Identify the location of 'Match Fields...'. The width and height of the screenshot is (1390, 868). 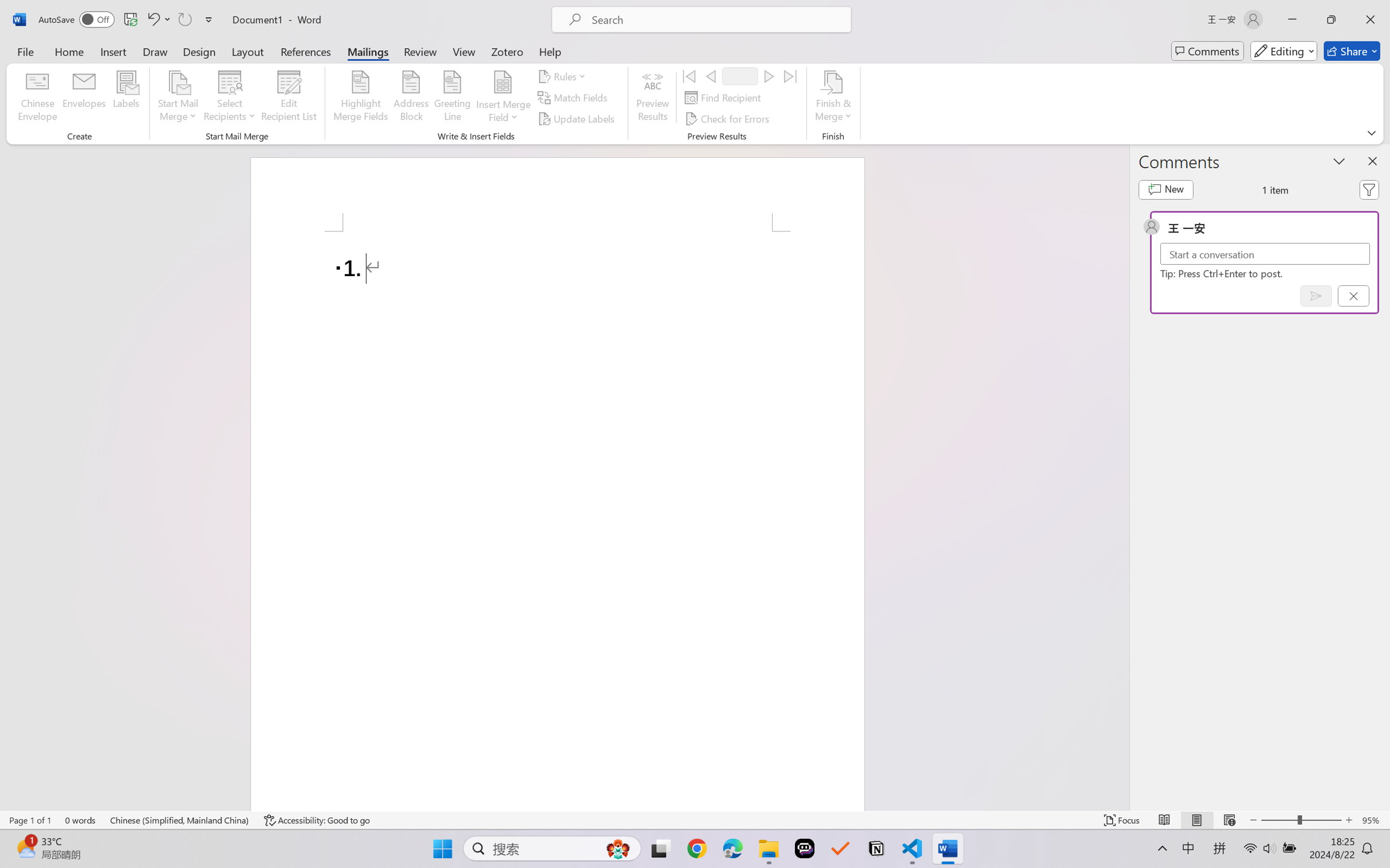
(573, 98).